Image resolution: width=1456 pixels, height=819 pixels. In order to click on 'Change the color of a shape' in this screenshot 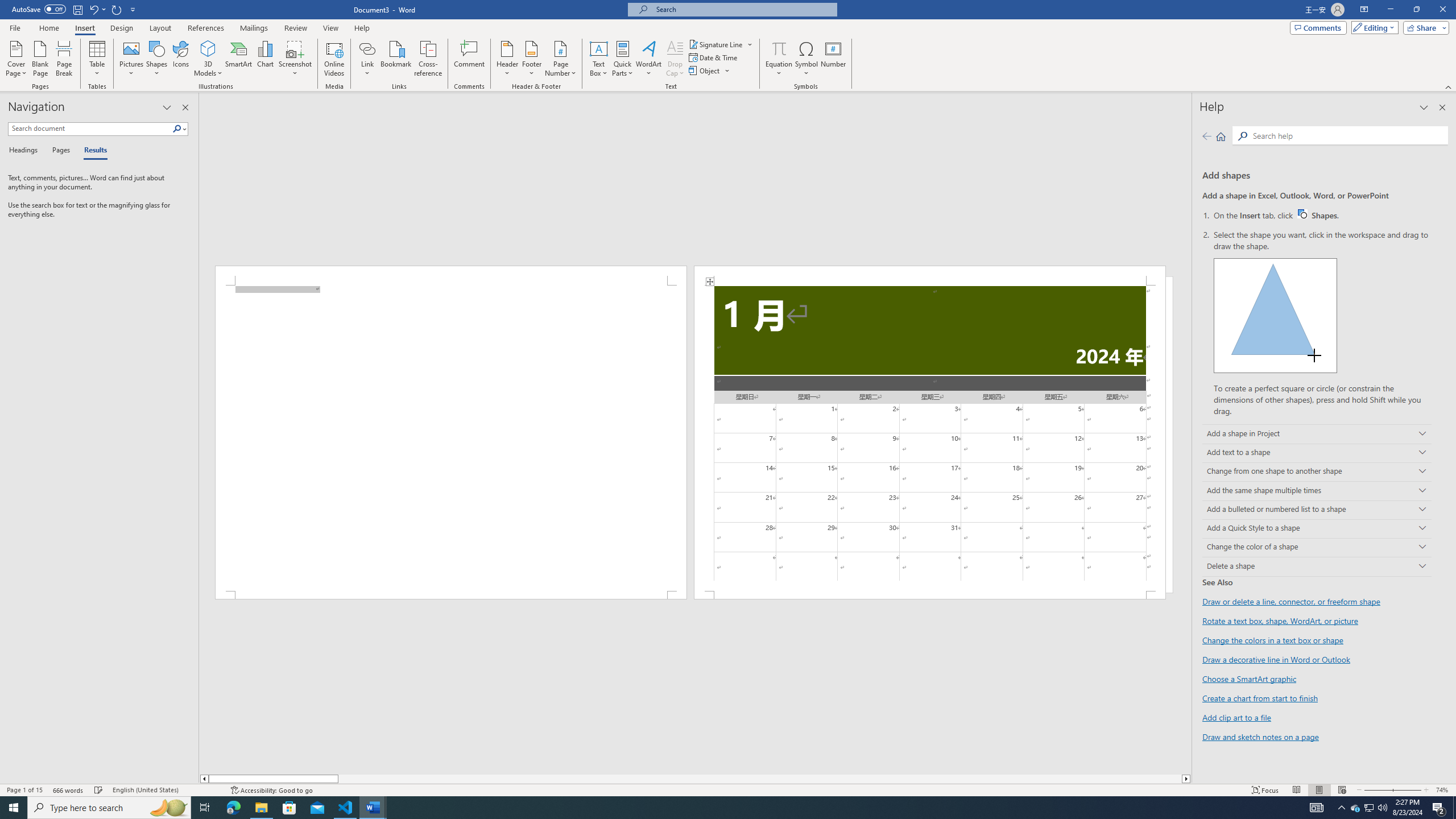, I will do `click(1317, 547)`.